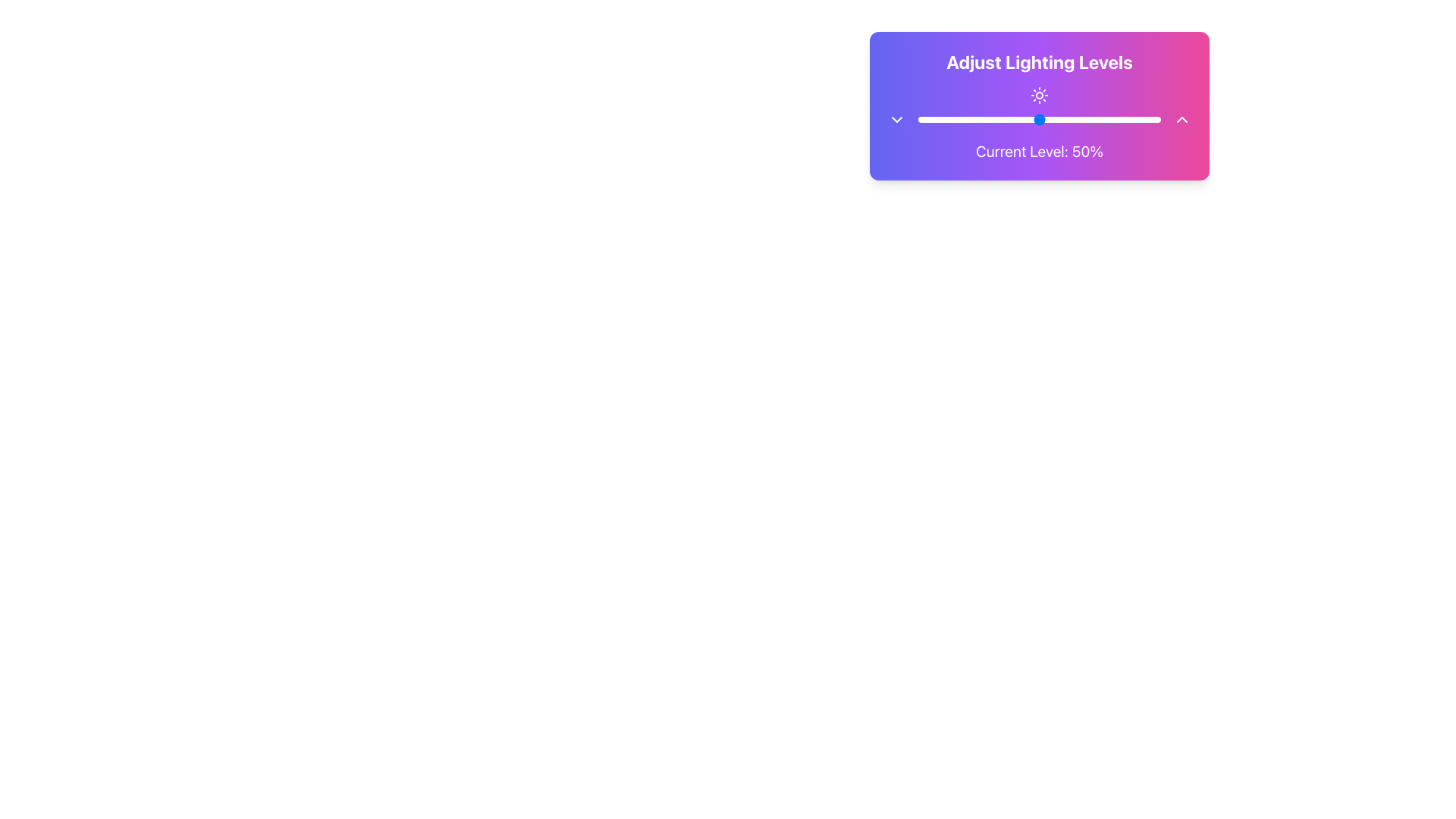 The height and width of the screenshot is (819, 1456). What do you see at coordinates (1068, 119) in the screenshot?
I see `the lighting level` at bounding box center [1068, 119].